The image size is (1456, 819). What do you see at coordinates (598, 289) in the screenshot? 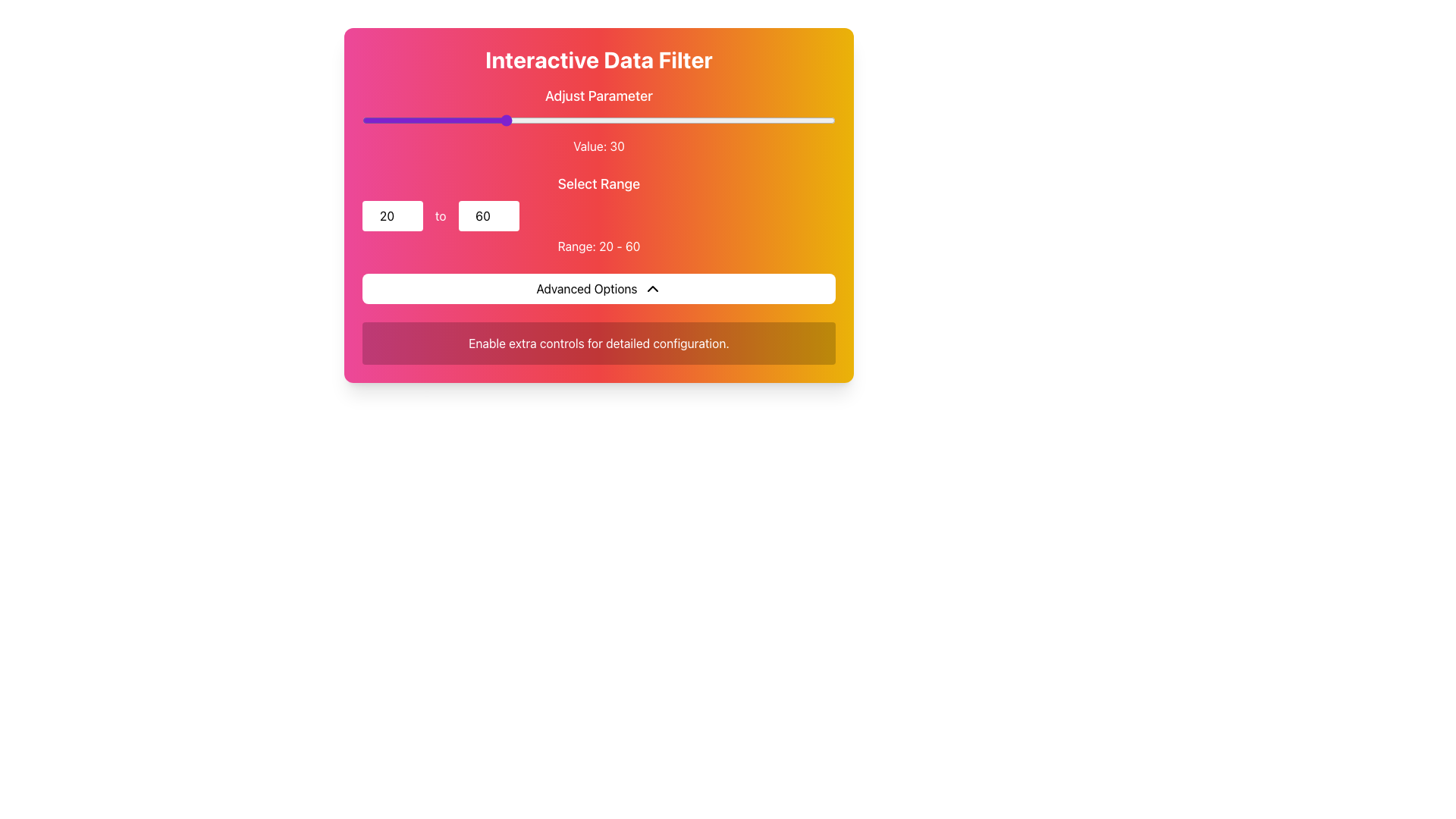
I see `the 'Advanced Options' button, which is a rectangular button with rounded corners, displaying the text 'Advanced Options' in black on a white background, located in the vibrant card layout` at bounding box center [598, 289].